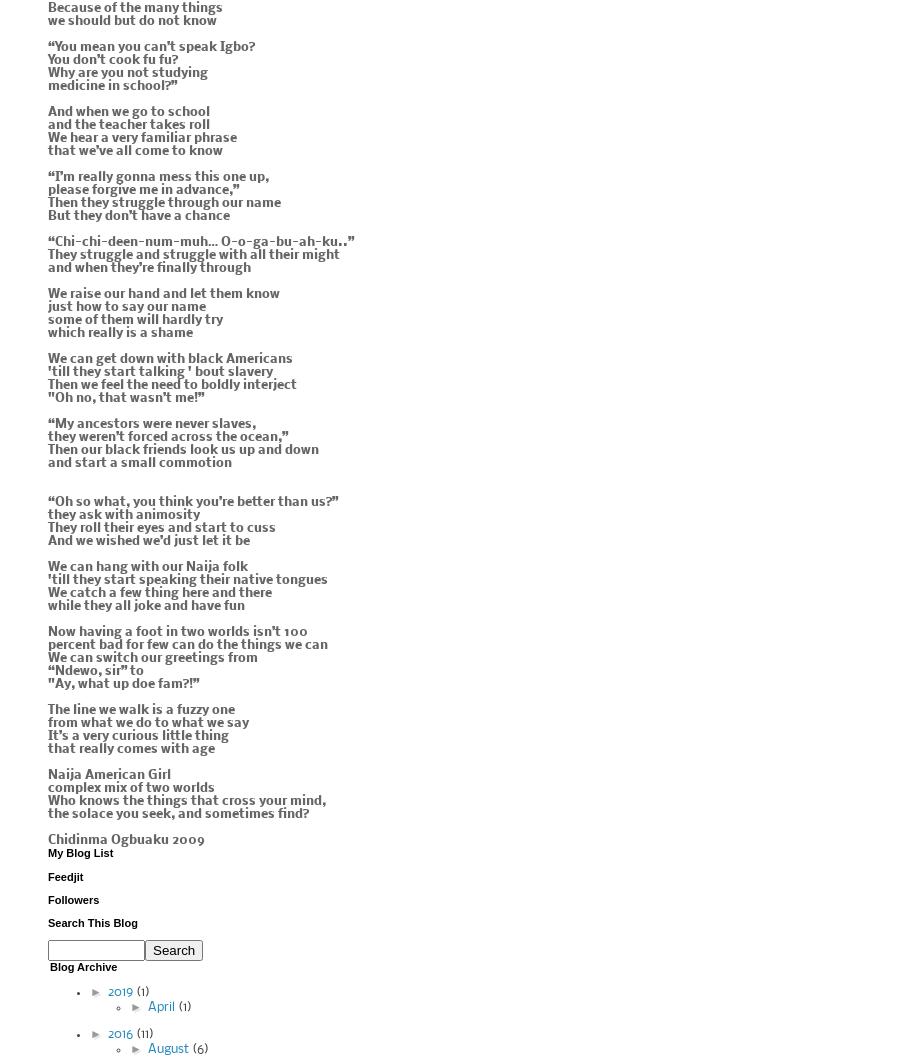  What do you see at coordinates (121, 1033) in the screenshot?
I see `'2016'` at bounding box center [121, 1033].